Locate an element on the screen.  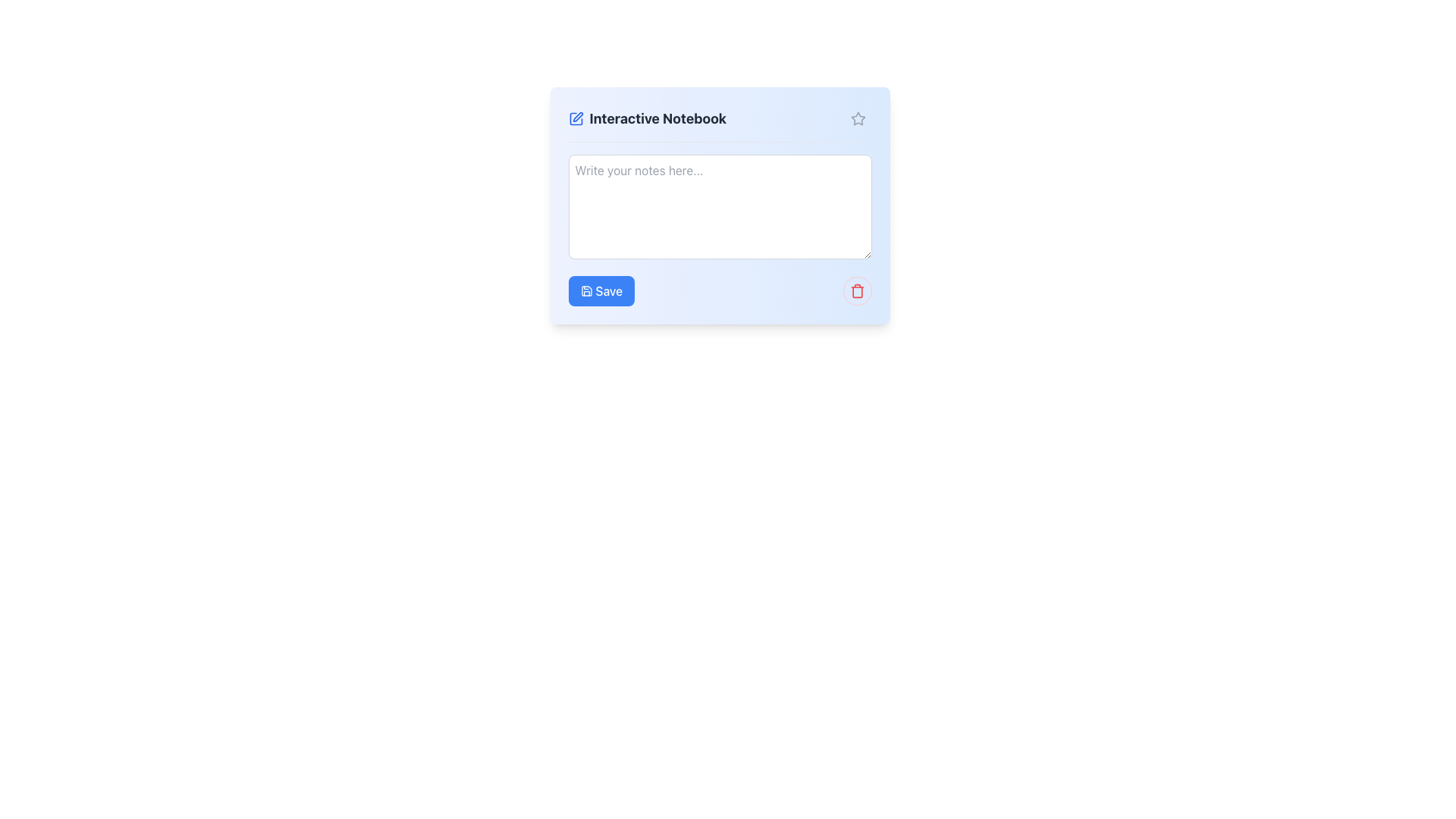
the icon located in the top-right corner of the interface, which serves as a visual marker for favorites or ratings is located at coordinates (858, 118).